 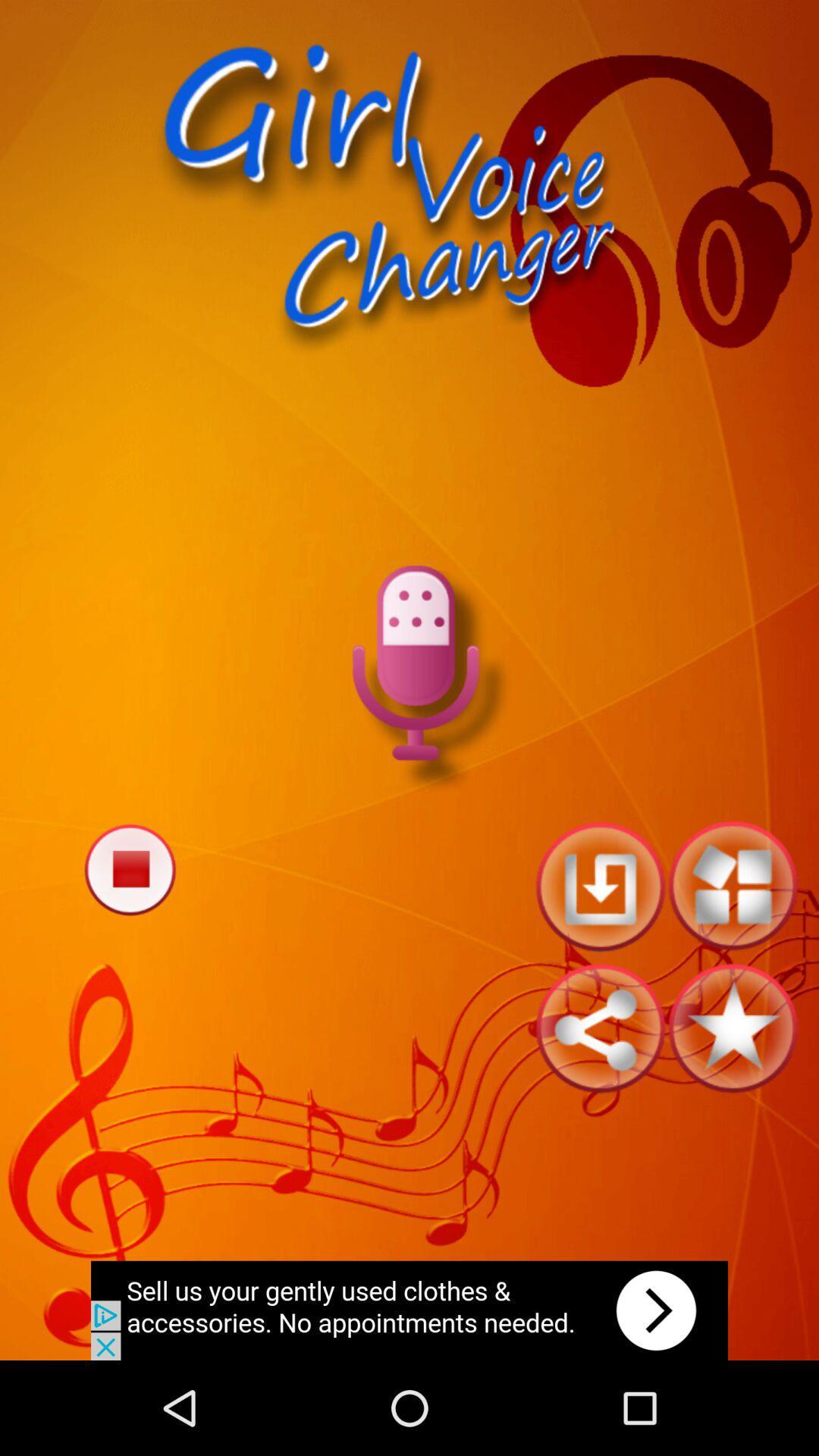 I want to click on stop button, so click(x=129, y=869).